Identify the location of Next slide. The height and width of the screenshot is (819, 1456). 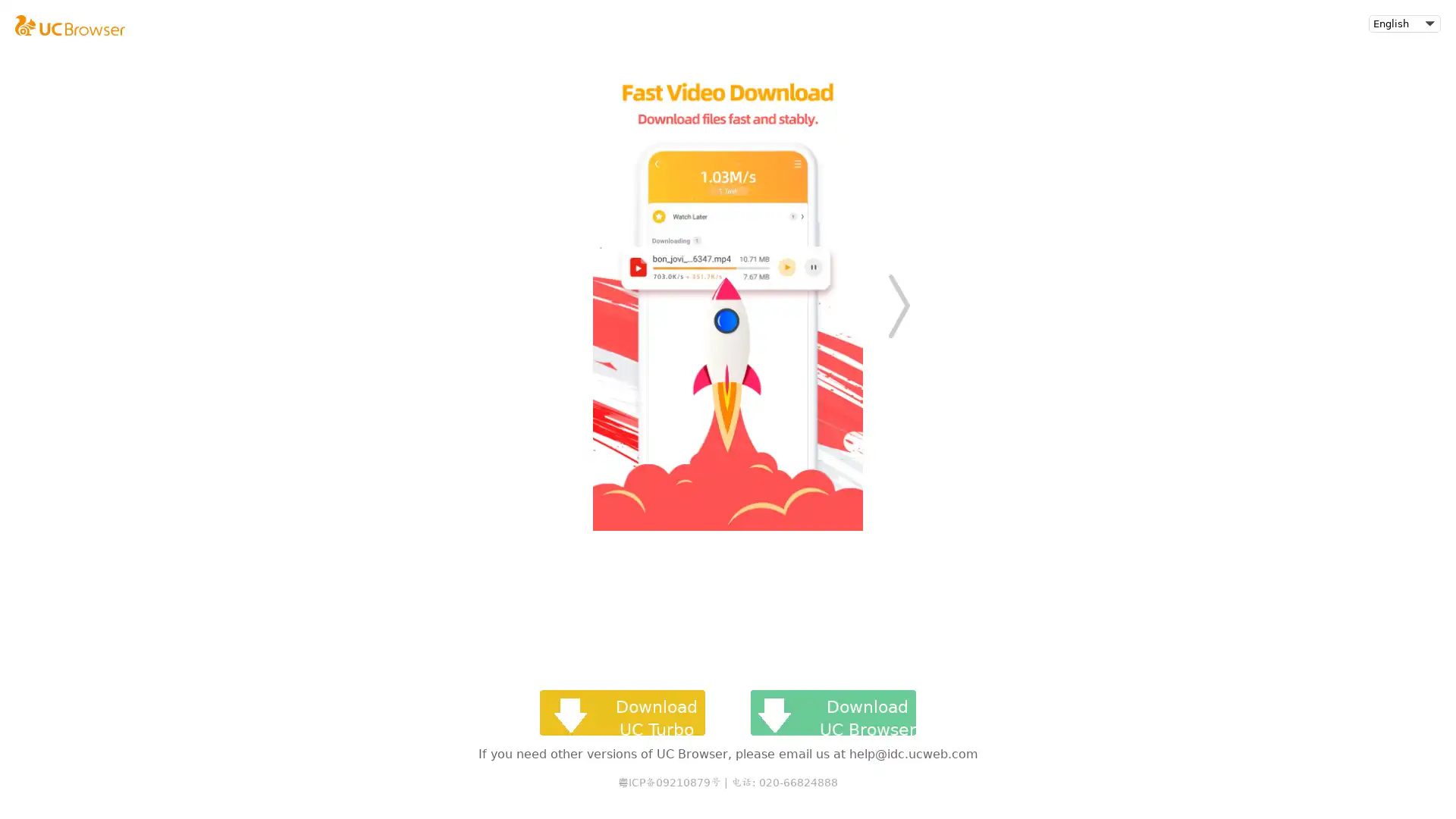
(899, 306).